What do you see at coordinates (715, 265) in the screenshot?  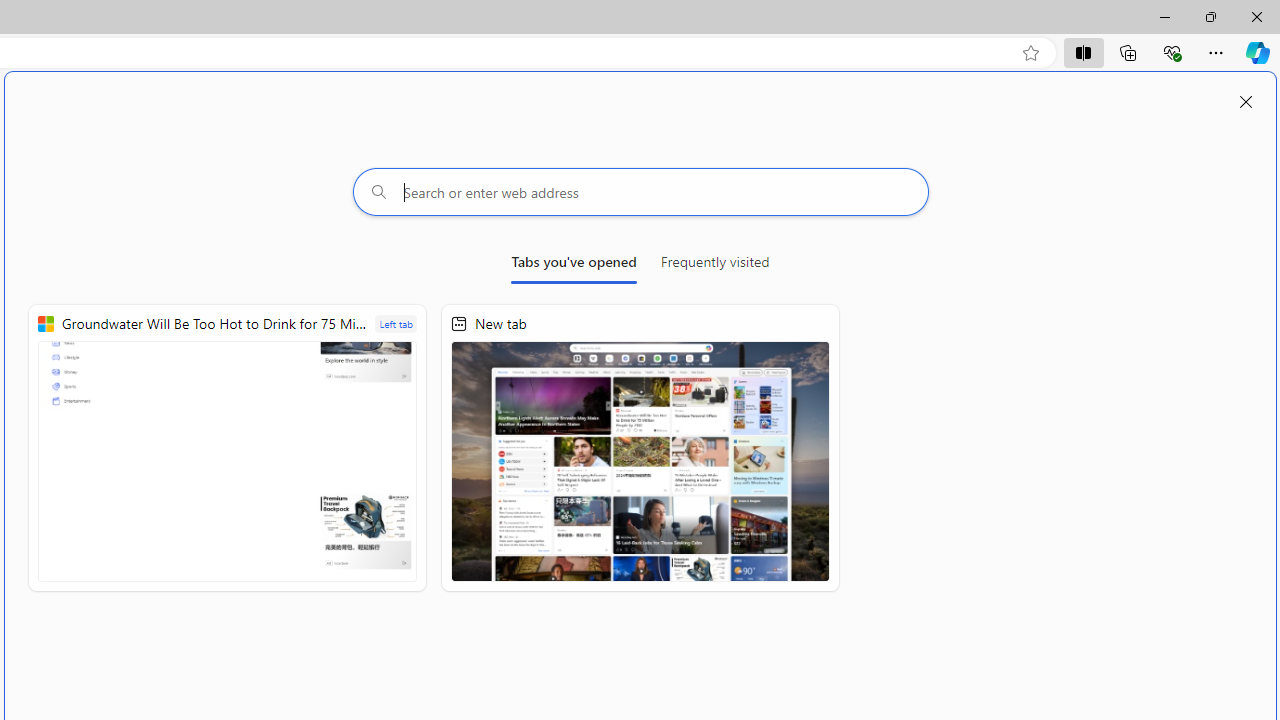 I see `'Frequently visited'` at bounding box center [715, 265].